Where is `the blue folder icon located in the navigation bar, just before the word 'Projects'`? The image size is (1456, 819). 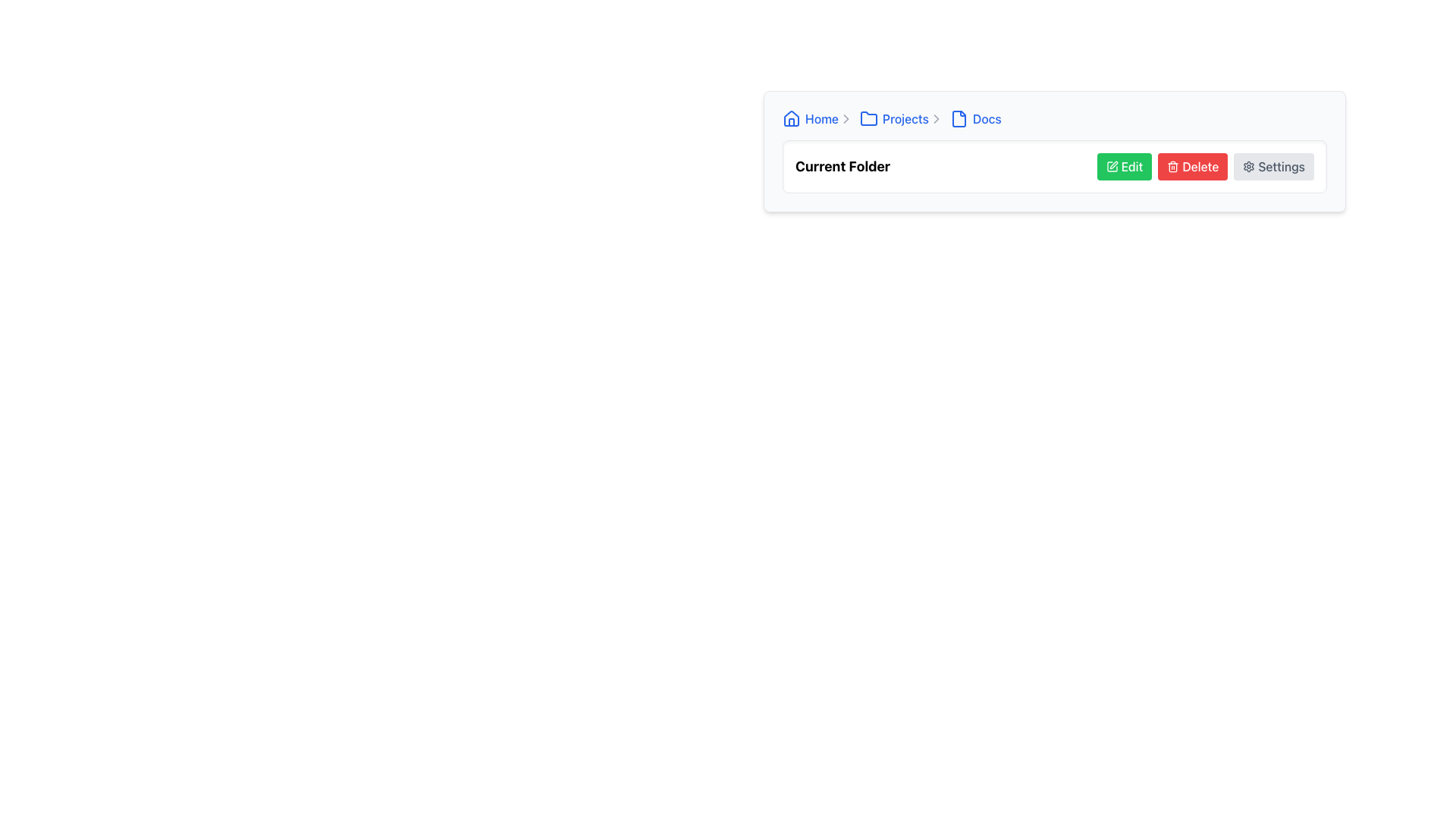
the blue folder icon located in the navigation bar, just before the word 'Projects' is located at coordinates (869, 118).